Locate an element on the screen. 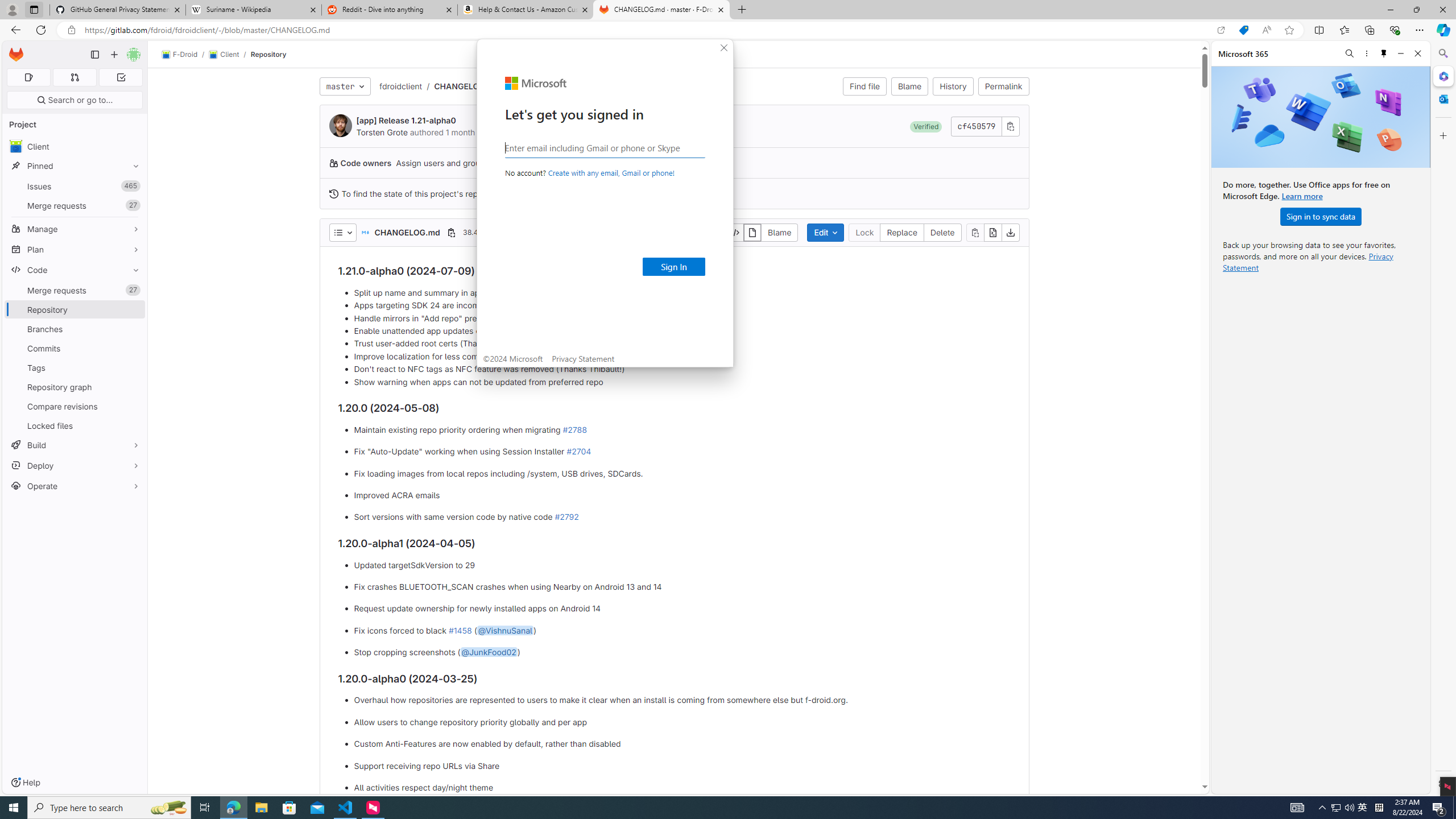 The width and height of the screenshot is (1456, 819). 'Locked files' is located at coordinates (74, 425).